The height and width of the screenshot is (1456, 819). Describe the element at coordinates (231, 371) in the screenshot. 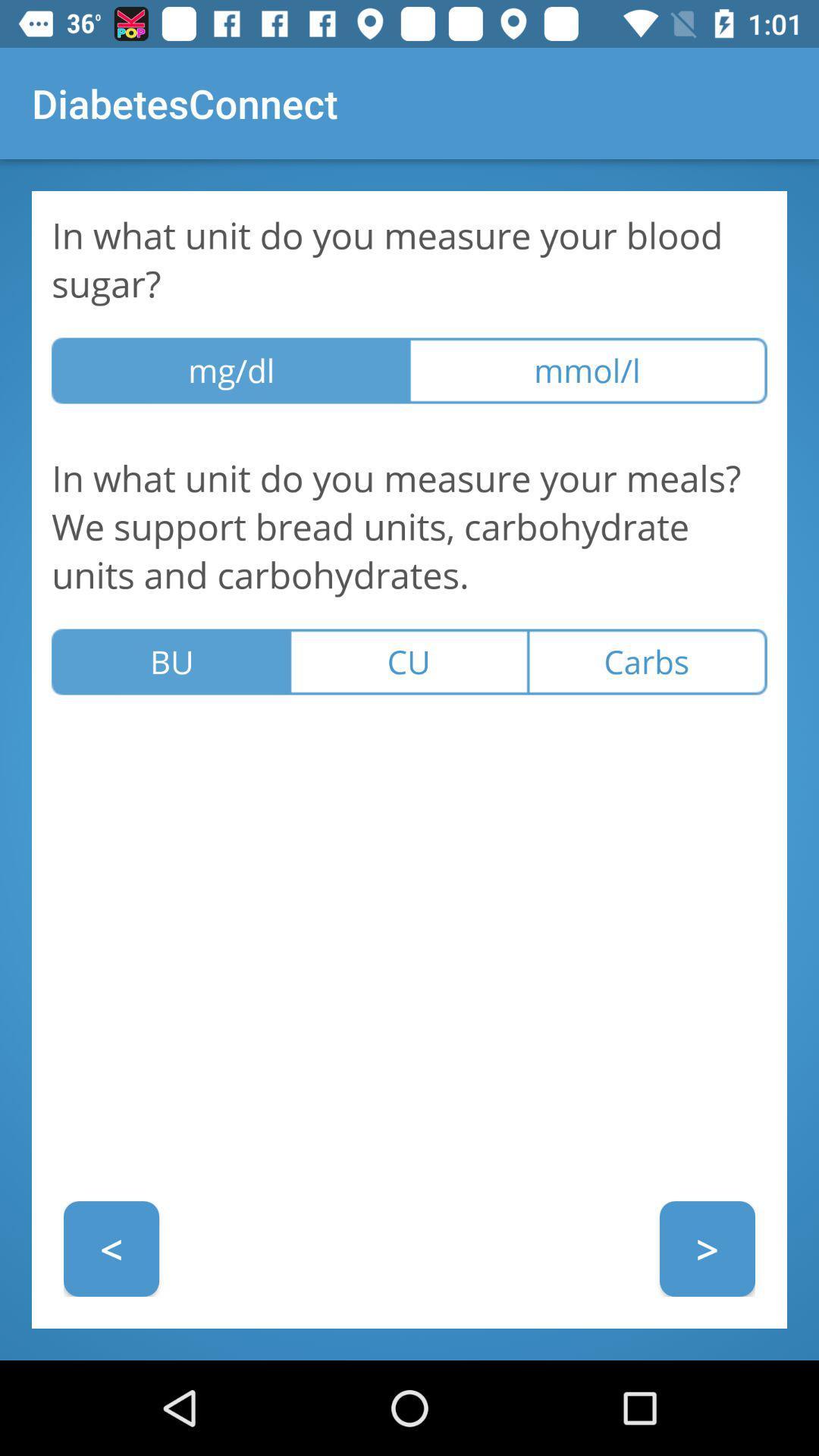

I see `icon next to the mmol/l item` at that location.